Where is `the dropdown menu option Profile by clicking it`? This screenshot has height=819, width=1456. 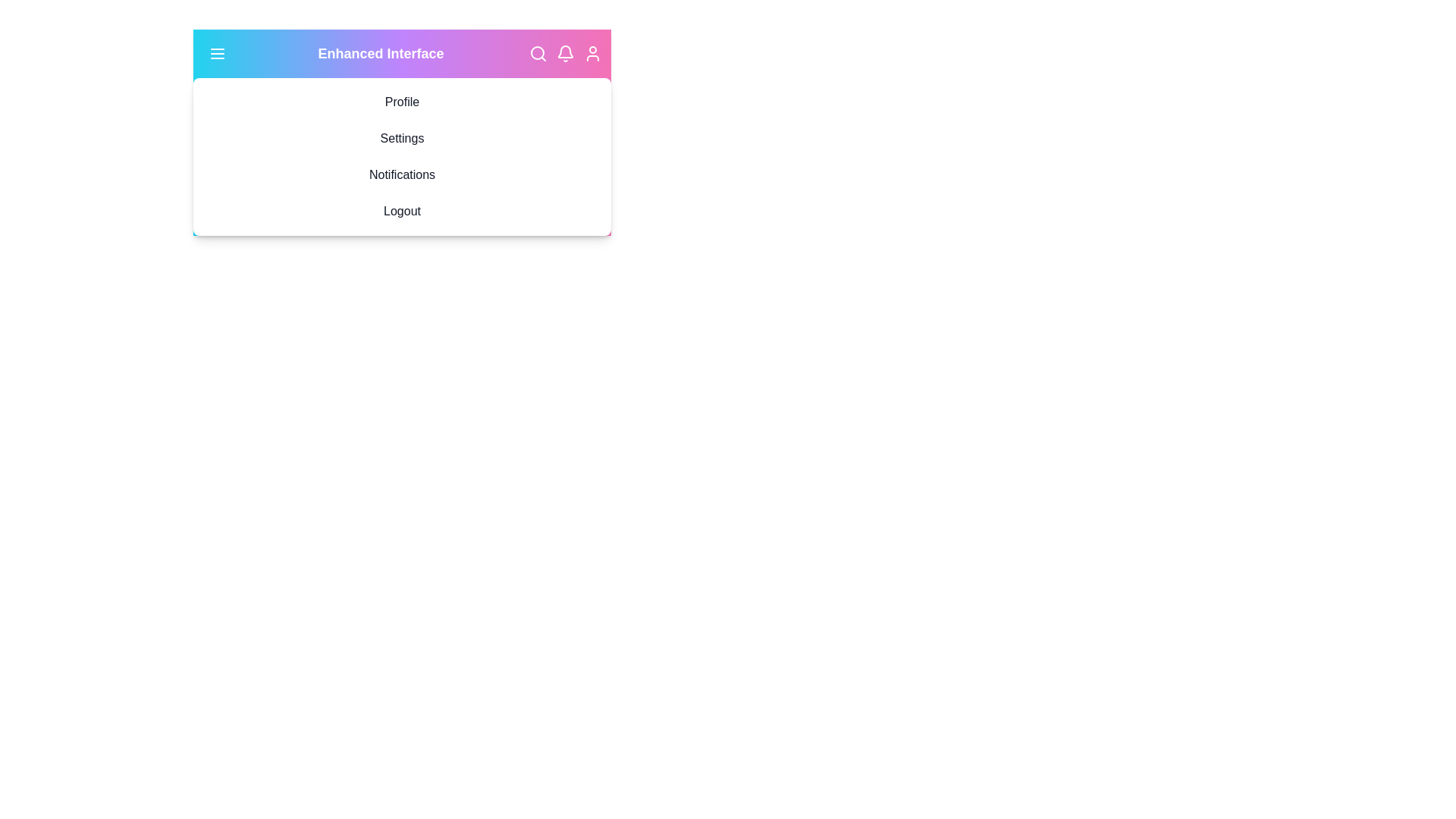 the dropdown menu option Profile by clicking it is located at coordinates (402, 102).